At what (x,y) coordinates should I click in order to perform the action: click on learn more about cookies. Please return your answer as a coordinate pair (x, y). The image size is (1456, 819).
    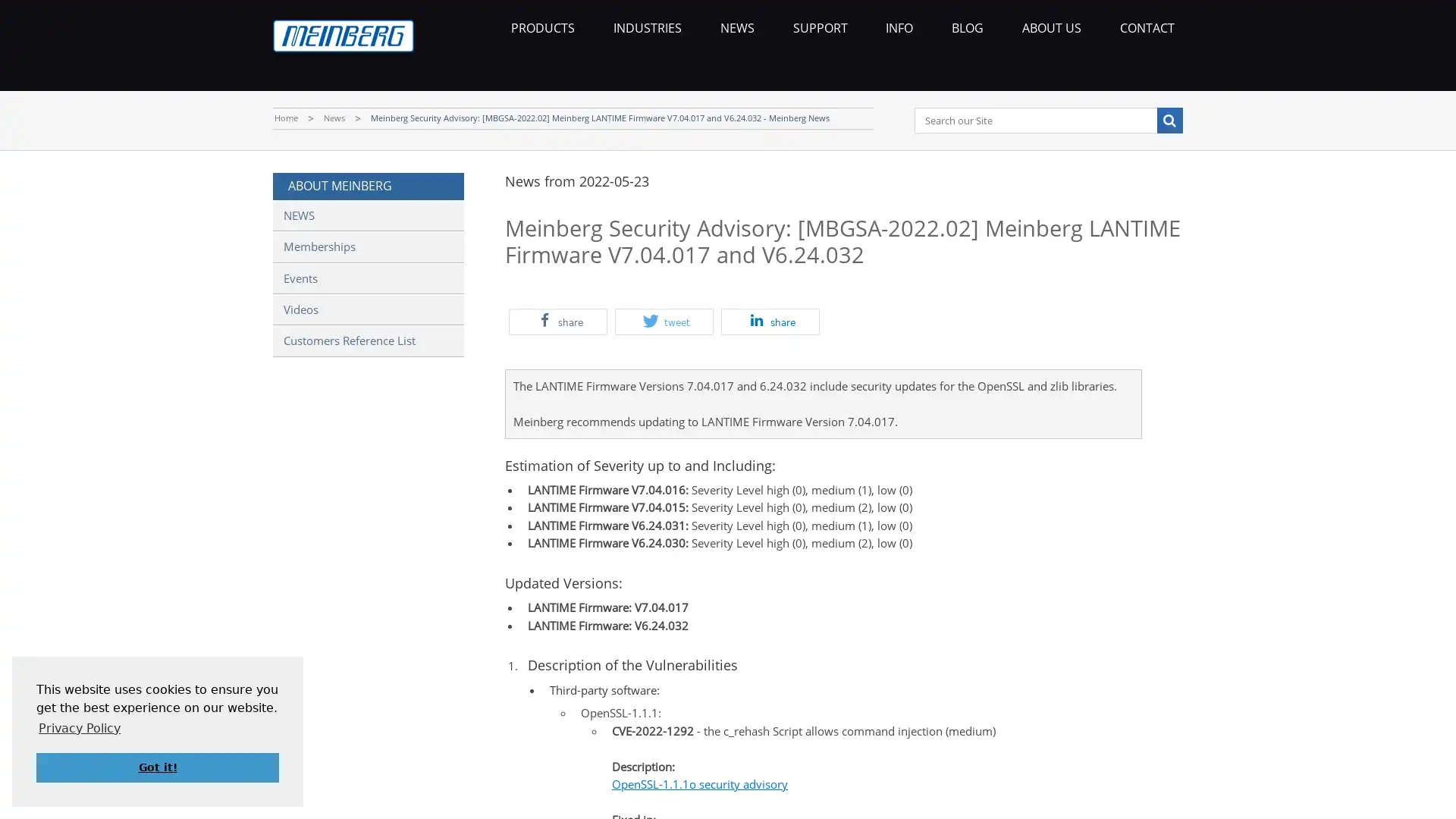
    Looking at the image, I should click on (79, 727).